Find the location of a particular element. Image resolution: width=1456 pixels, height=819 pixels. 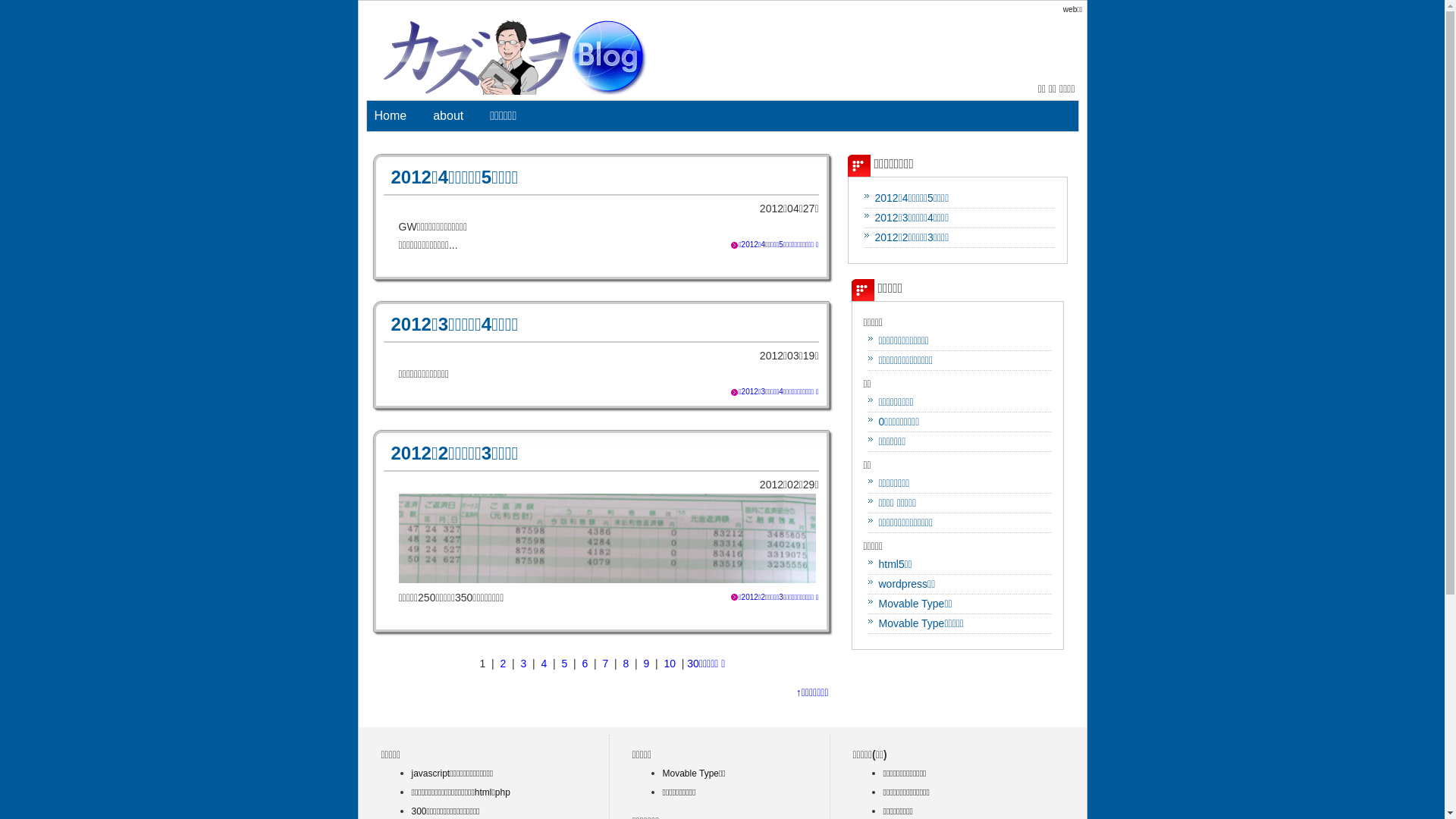

' 2 ' is located at coordinates (503, 663).